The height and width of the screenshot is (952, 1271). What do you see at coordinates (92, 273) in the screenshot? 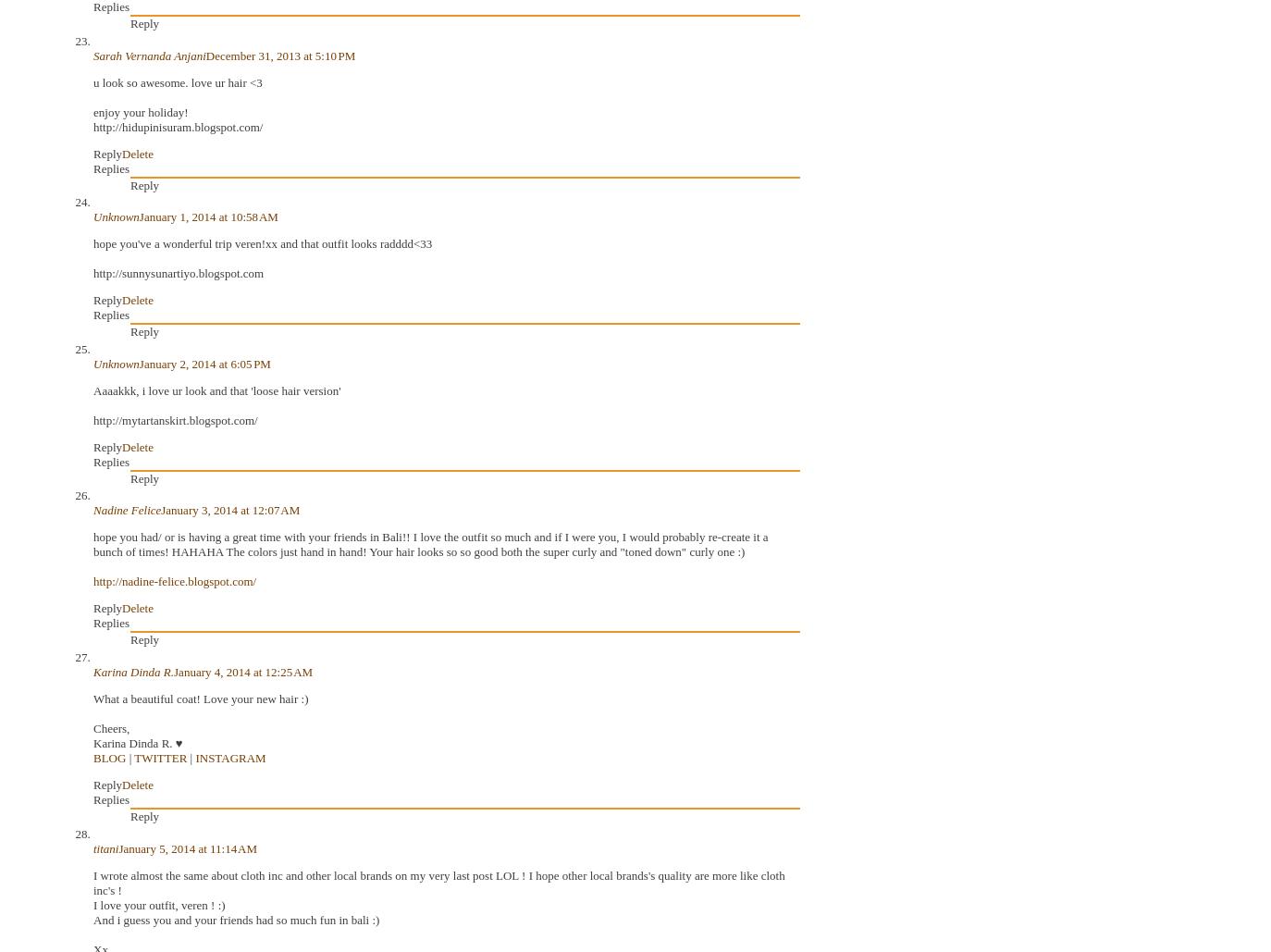
I see `'http://sunnysunartiyo.blogspot.com'` at bounding box center [92, 273].